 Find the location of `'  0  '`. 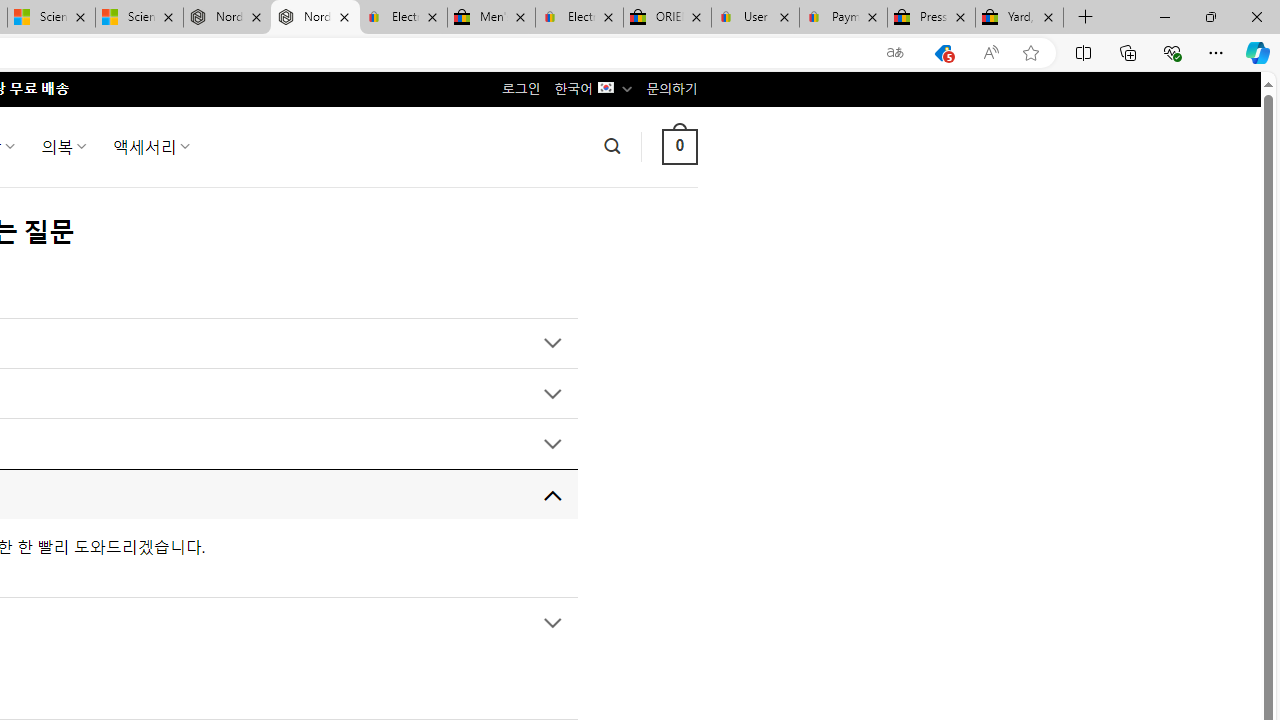

'  0  ' is located at coordinates (679, 145).